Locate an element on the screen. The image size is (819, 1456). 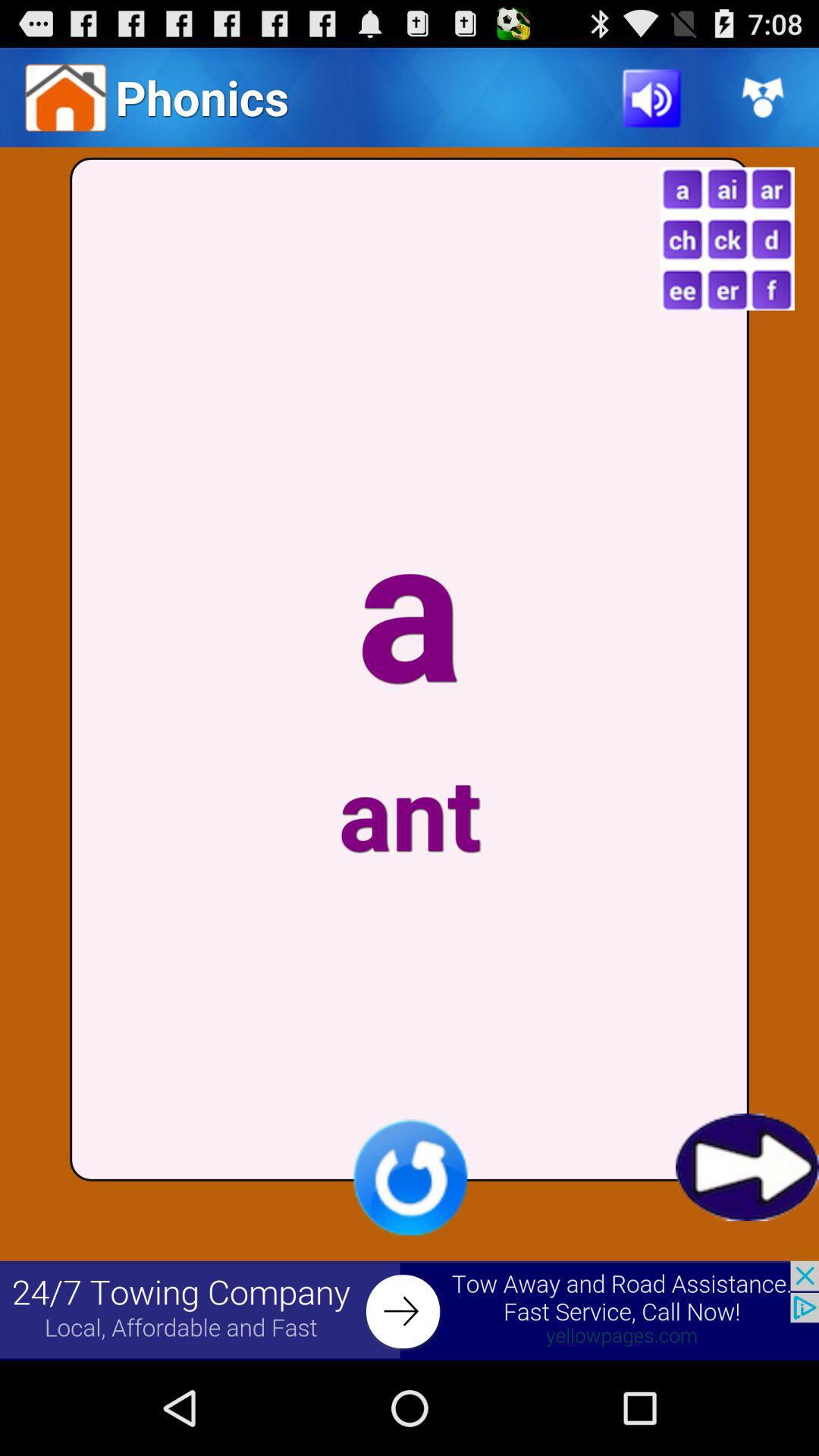
banner advertisement is located at coordinates (409, 1310).